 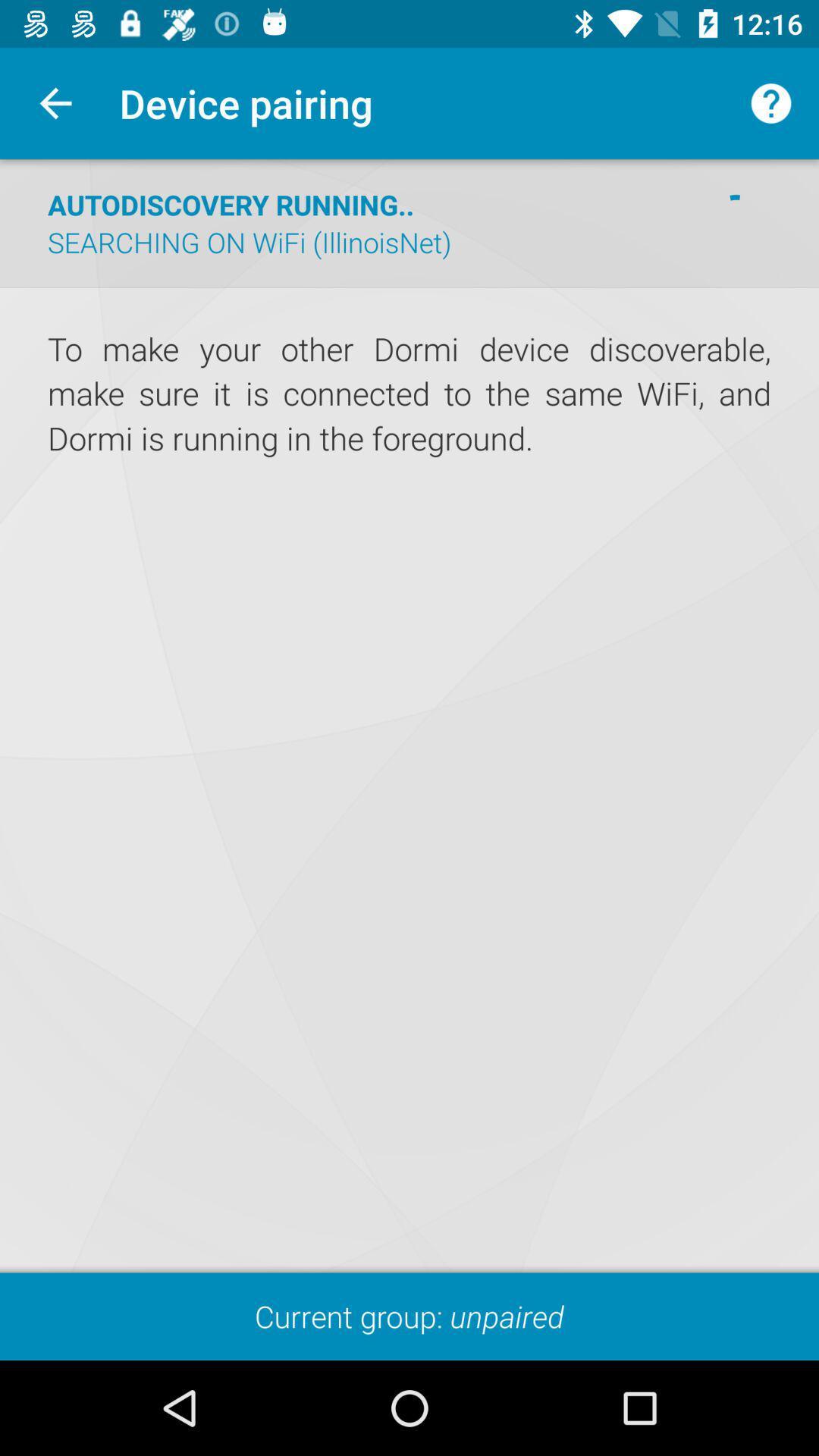 I want to click on the app next to the device pairing item, so click(x=771, y=102).